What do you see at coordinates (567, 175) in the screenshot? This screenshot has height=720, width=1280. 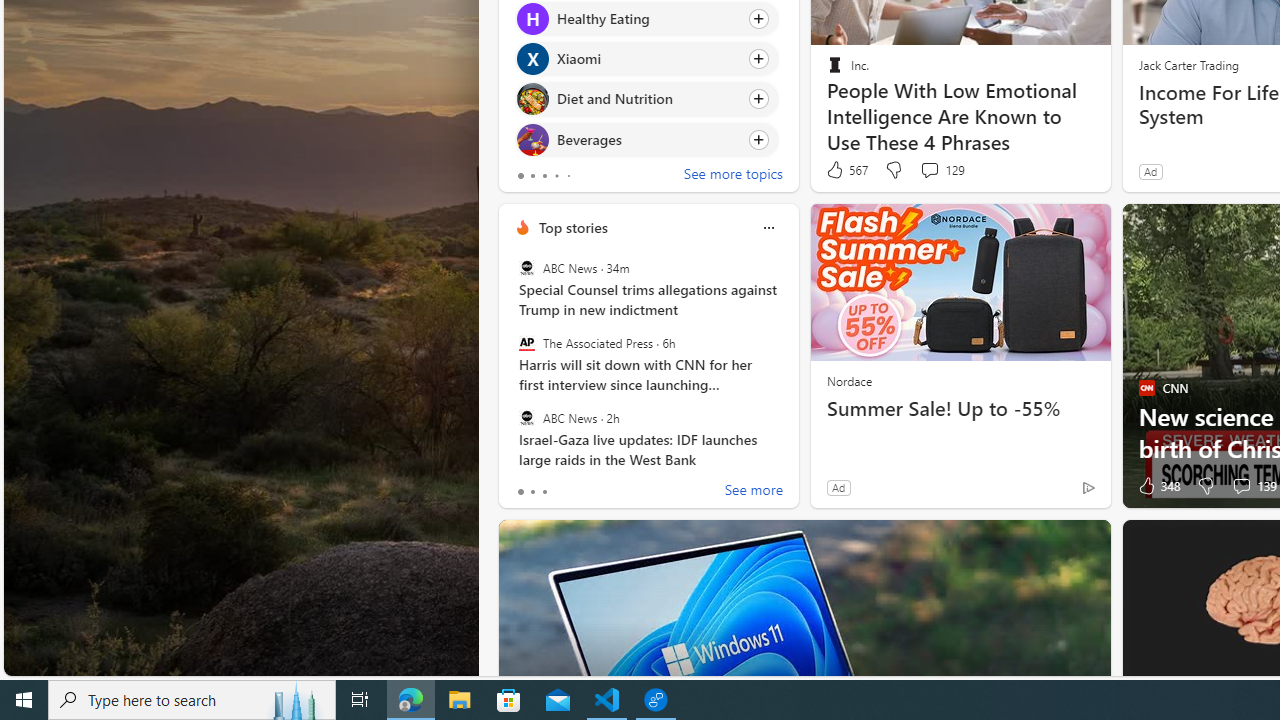 I see `'tab-4'` at bounding box center [567, 175].